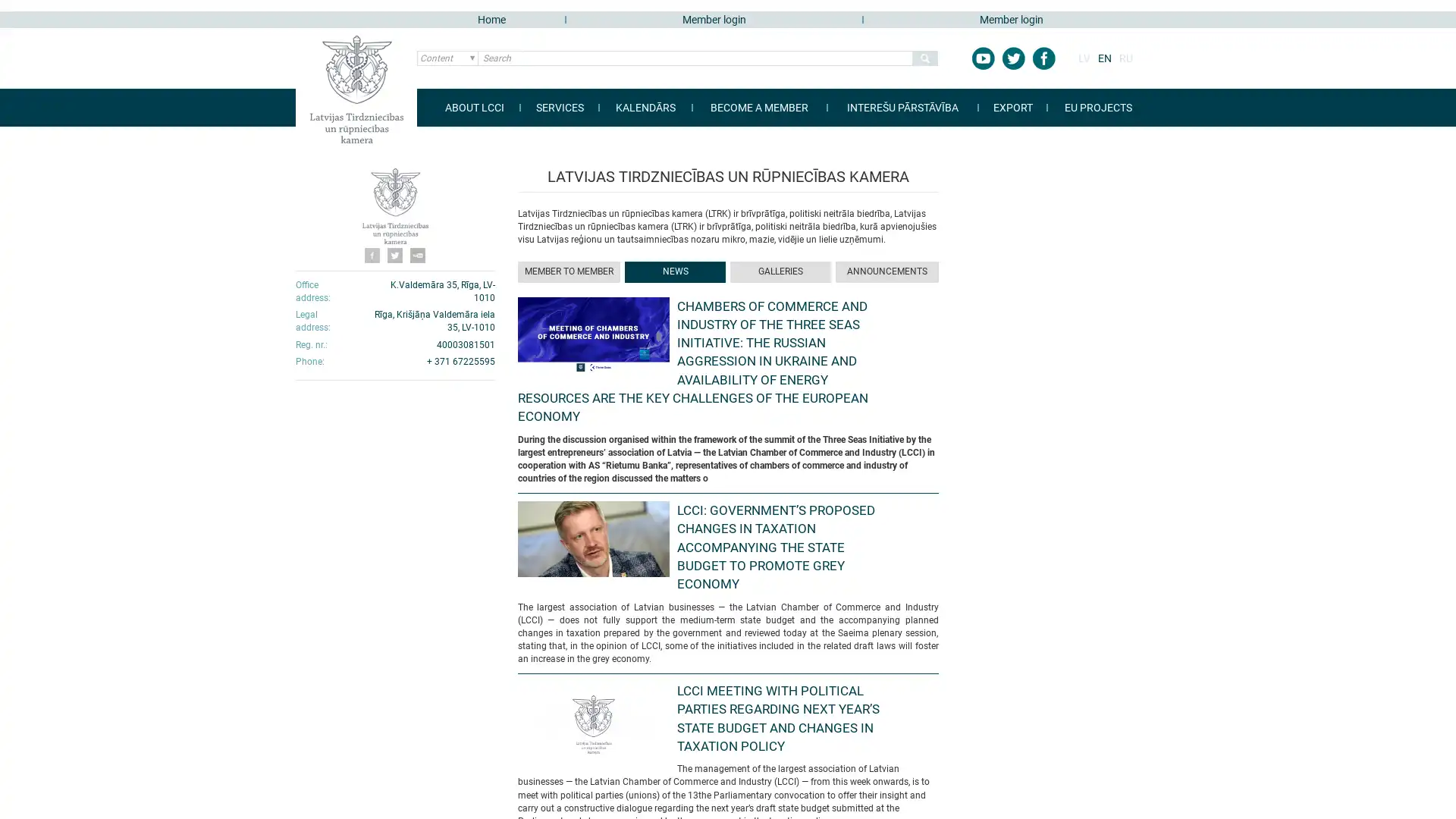  Describe the element at coordinates (924, 58) in the screenshot. I see `Search` at that location.